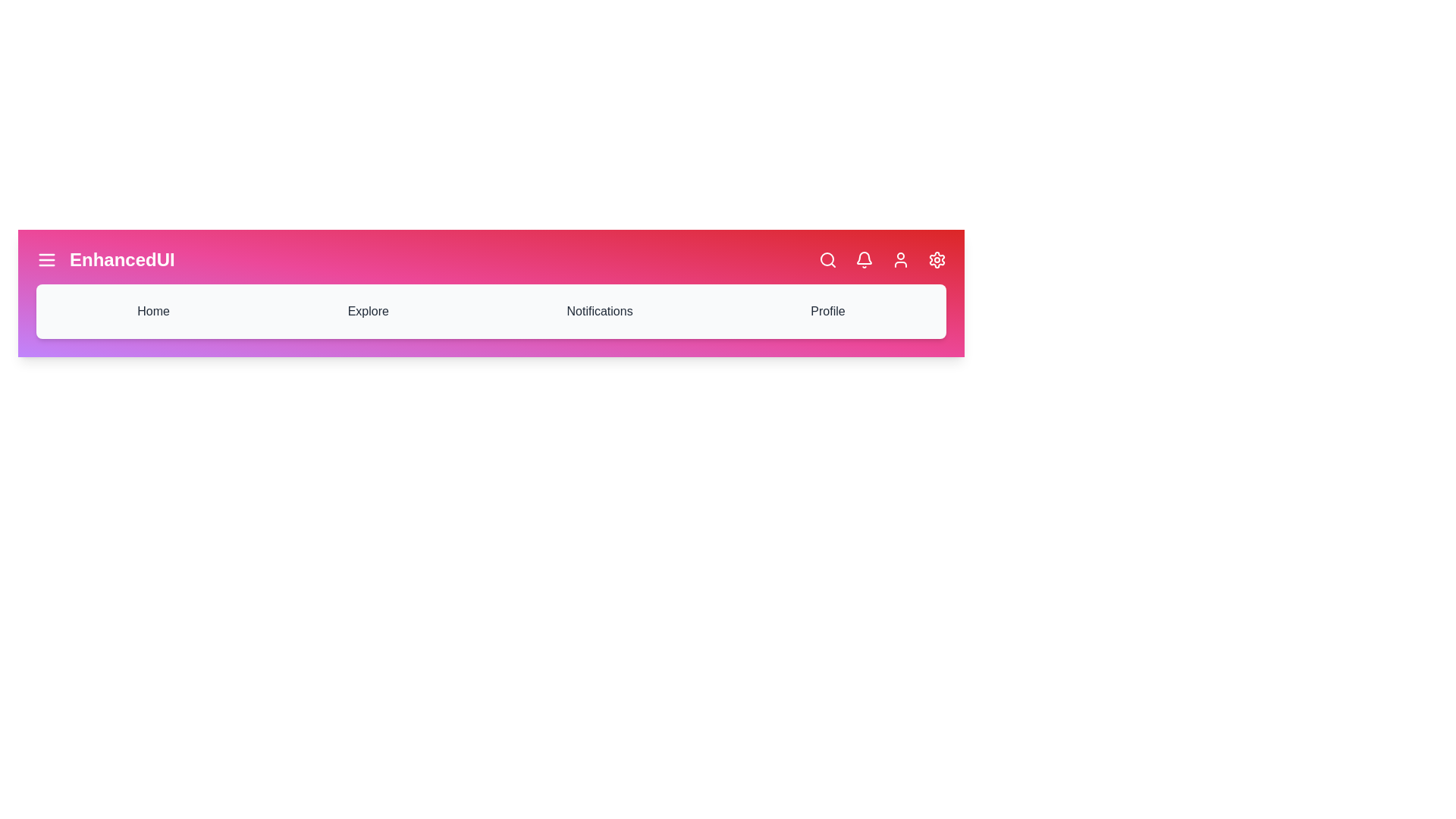 The image size is (1456, 819). Describe the element at coordinates (937, 259) in the screenshot. I see `the icon corresponding to Settings` at that location.